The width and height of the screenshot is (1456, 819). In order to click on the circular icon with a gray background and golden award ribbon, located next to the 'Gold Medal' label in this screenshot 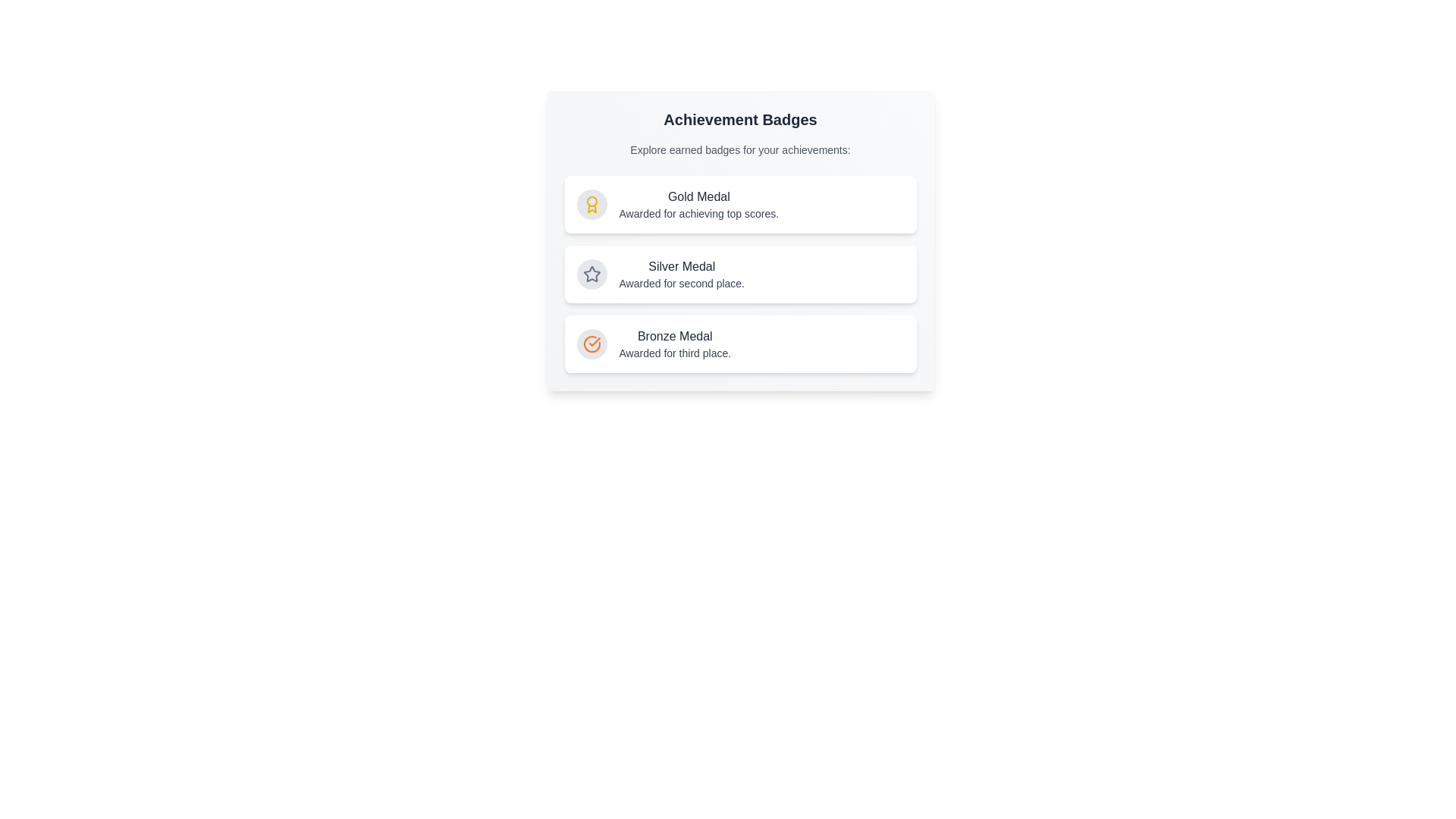, I will do `click(591, 205)`.